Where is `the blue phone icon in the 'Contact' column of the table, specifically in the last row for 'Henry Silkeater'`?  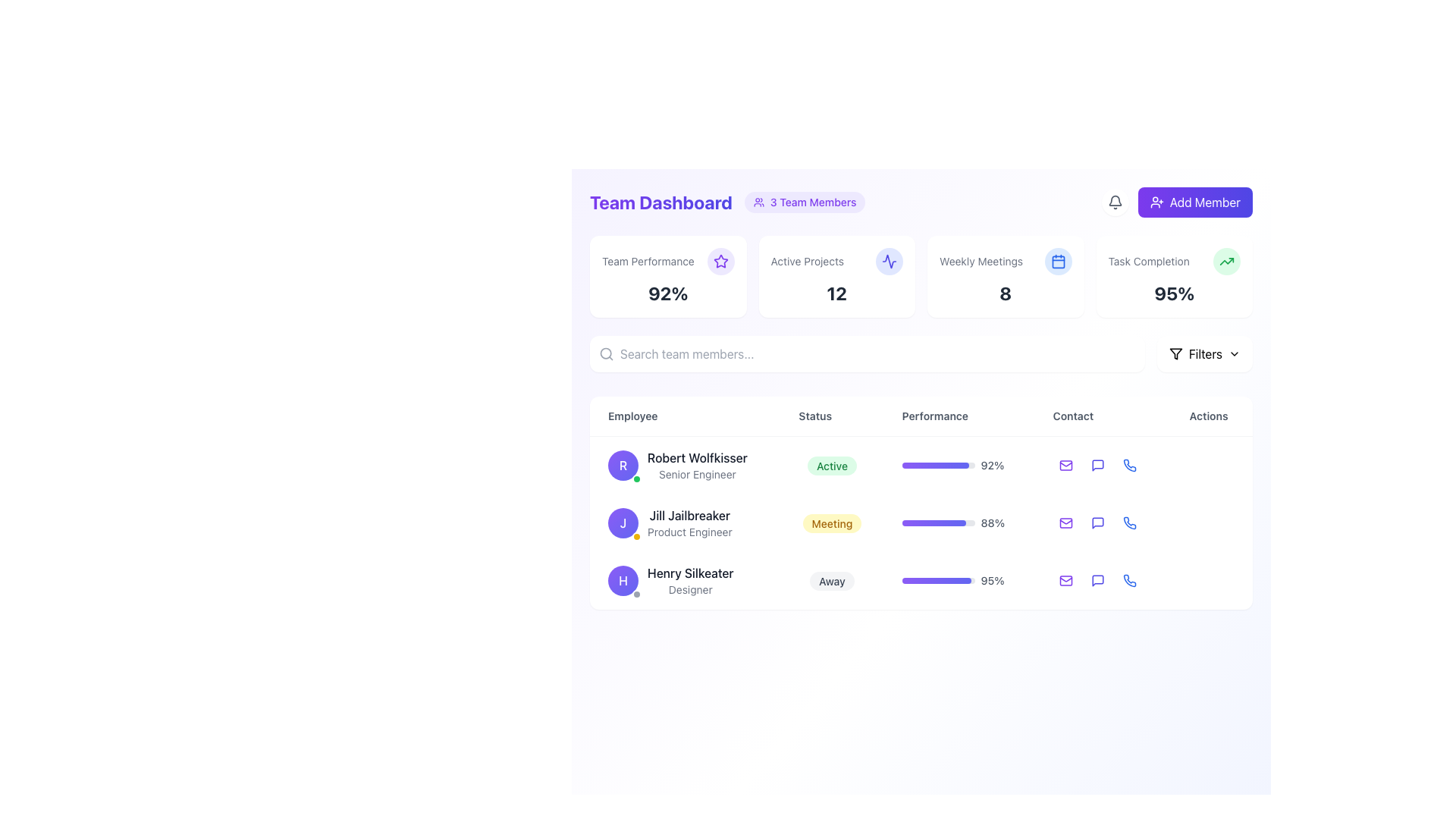
the blue phone icon in the 'Contact' column of the table, specifically in the last row for 'Henry Silkeater' is located at coordinates (1129, 464).